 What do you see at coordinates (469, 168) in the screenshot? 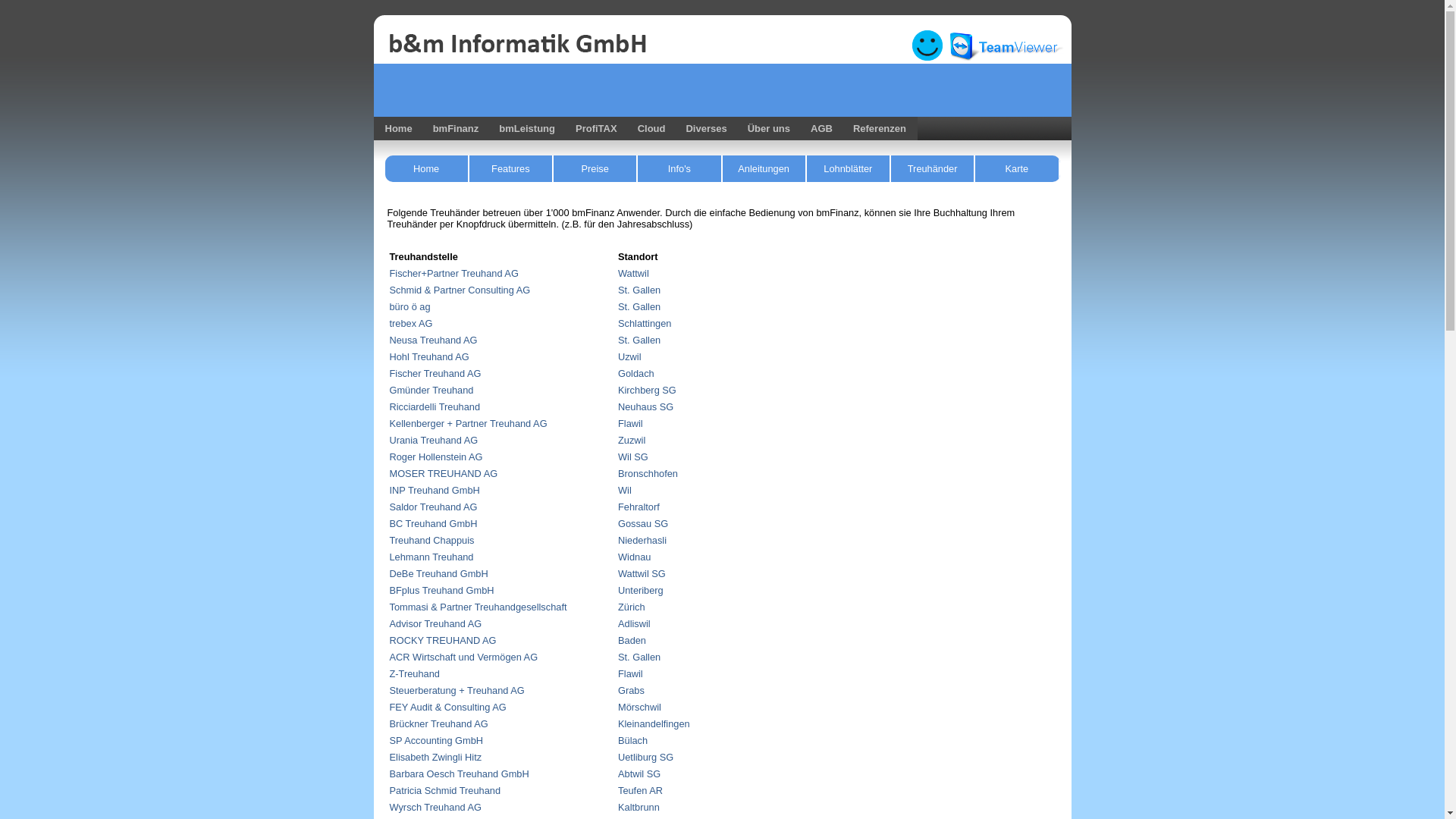
I see `'Features'` at bounding box center [469, 168].